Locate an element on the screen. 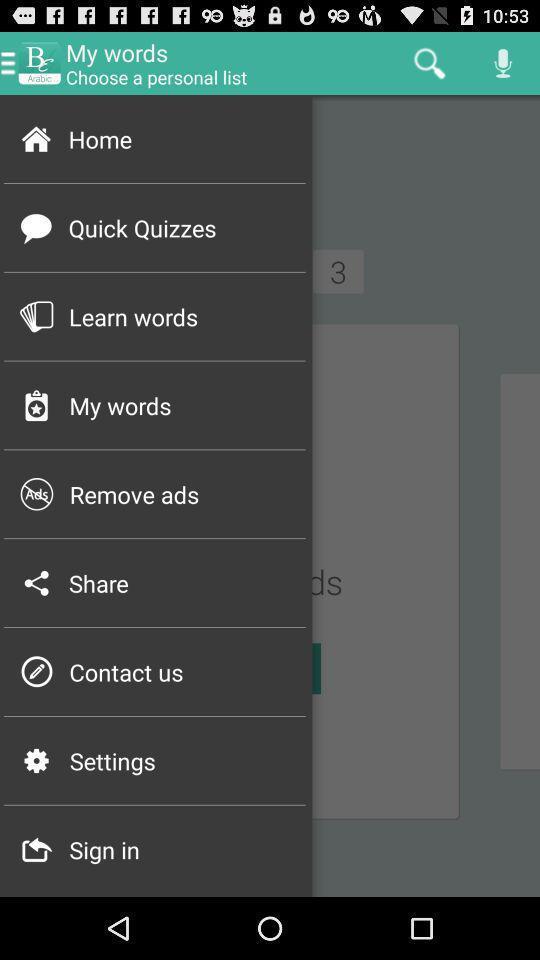 The image size is (540, 960). the voice recorder button is located at coordinates (502, 63).